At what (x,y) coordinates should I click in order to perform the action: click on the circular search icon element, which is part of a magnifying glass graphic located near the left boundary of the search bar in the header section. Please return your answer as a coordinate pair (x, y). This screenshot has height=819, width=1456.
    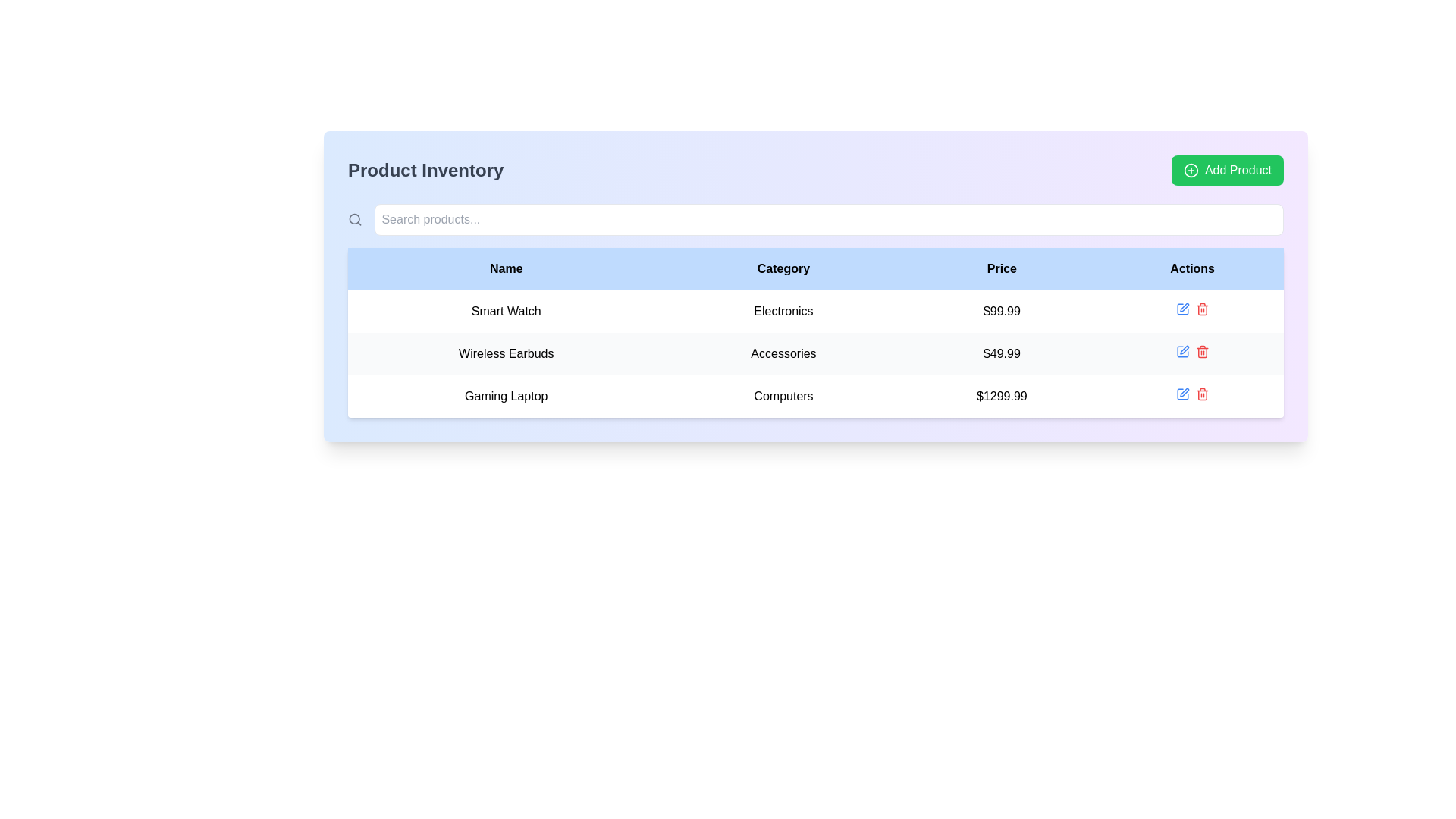
    Looking at the image, I should click on (353, 219).